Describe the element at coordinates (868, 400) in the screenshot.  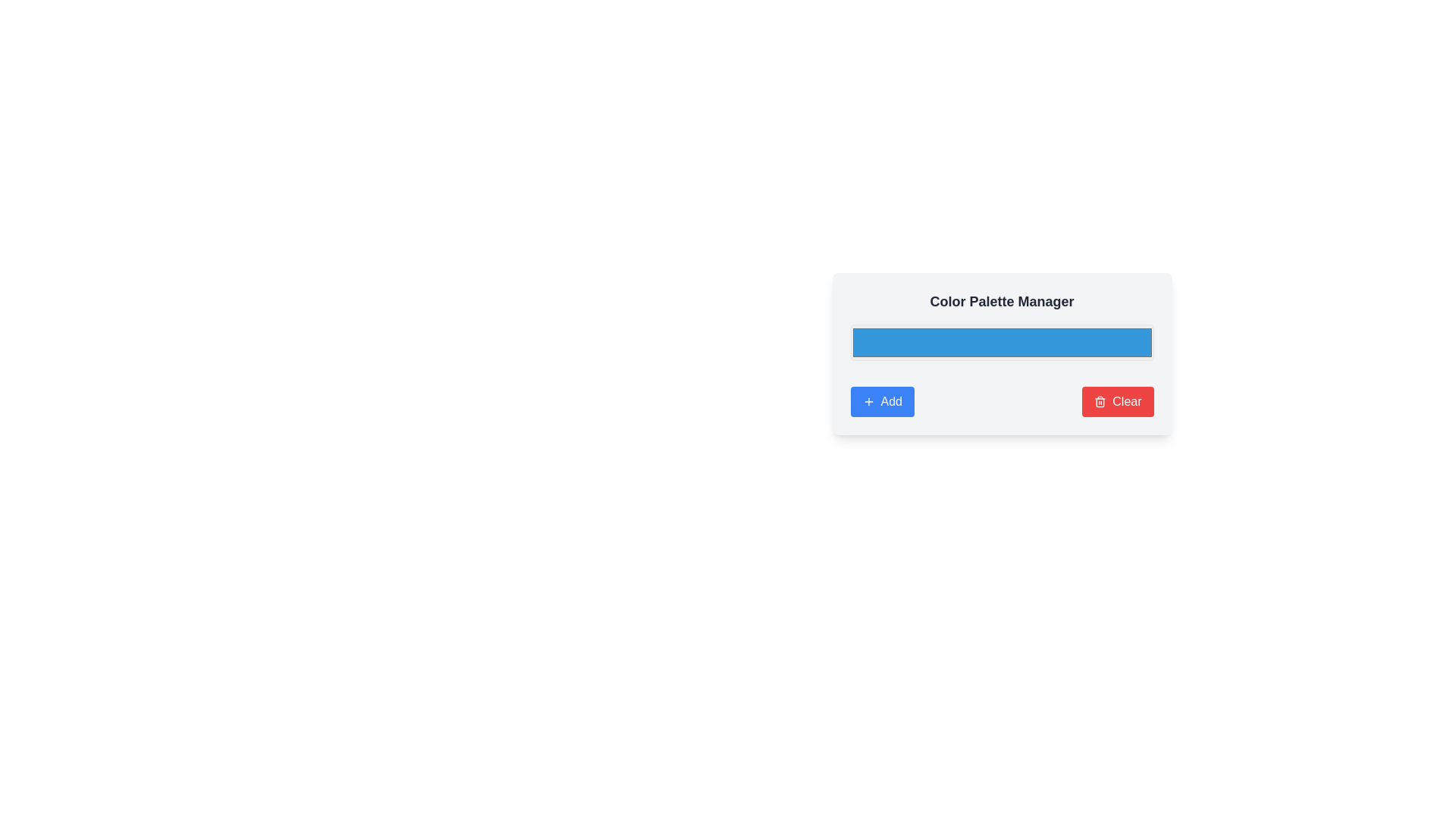
I see `the small plus icon located within the blue rectangular button labeled 'Add' at the bottom-left corner of the form interface` at that location.